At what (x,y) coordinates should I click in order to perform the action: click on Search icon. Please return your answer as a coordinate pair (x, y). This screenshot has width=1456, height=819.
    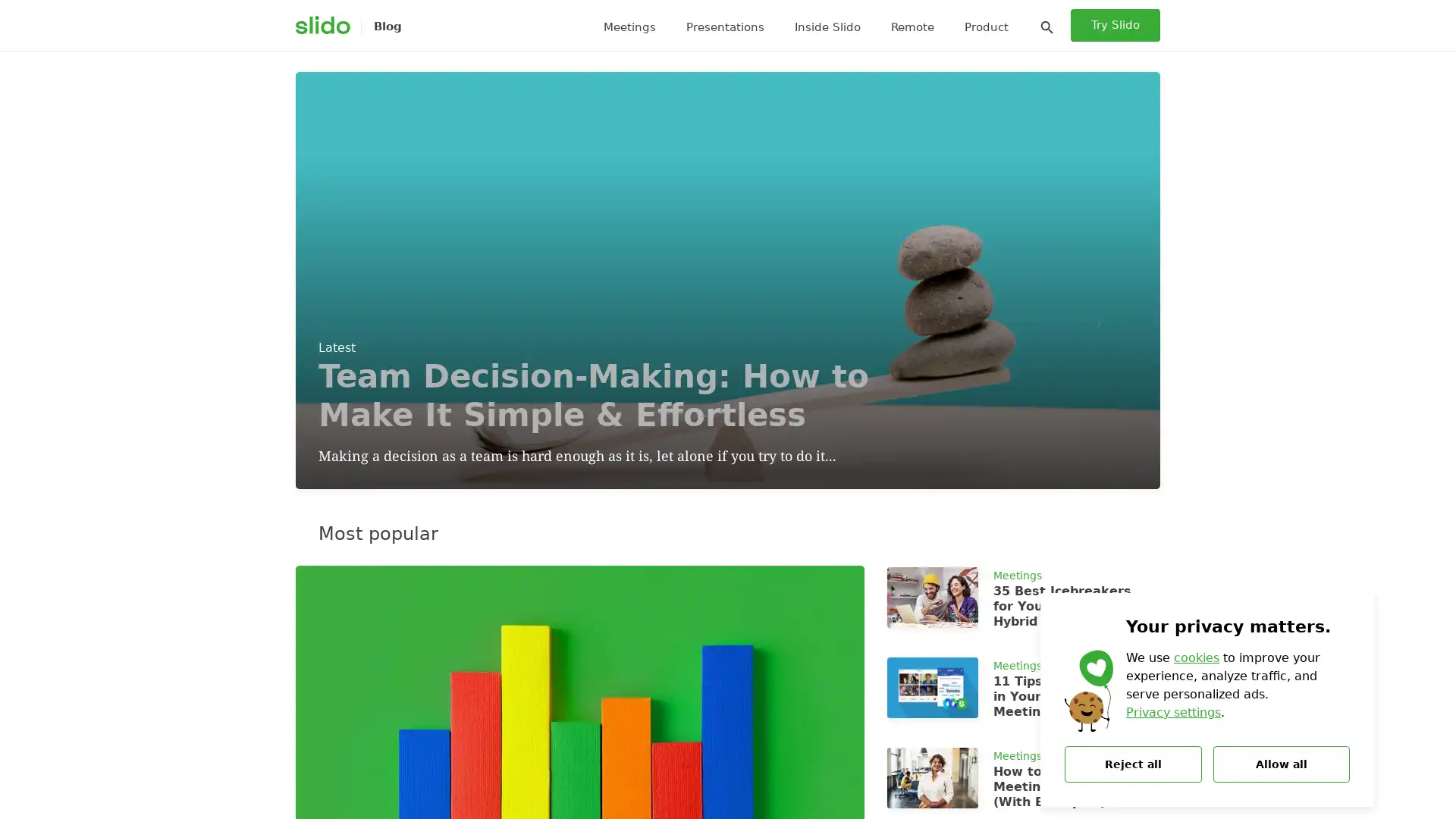
    Looking at the image, I should click on (657, 764).